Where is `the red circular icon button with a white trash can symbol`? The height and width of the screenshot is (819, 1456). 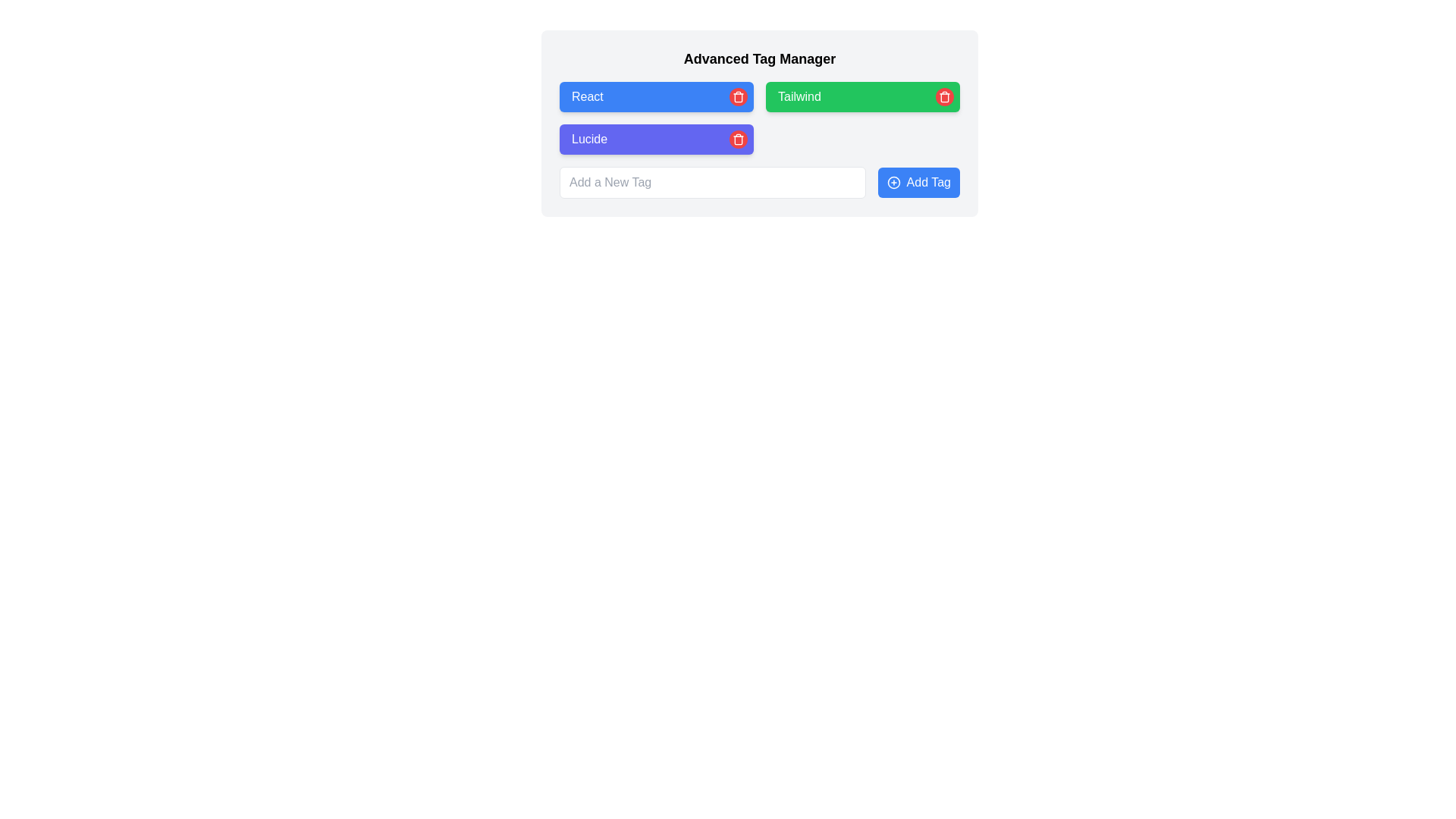
the red circular icon button with a white trash can symbol is located at coordinates (944, 96).